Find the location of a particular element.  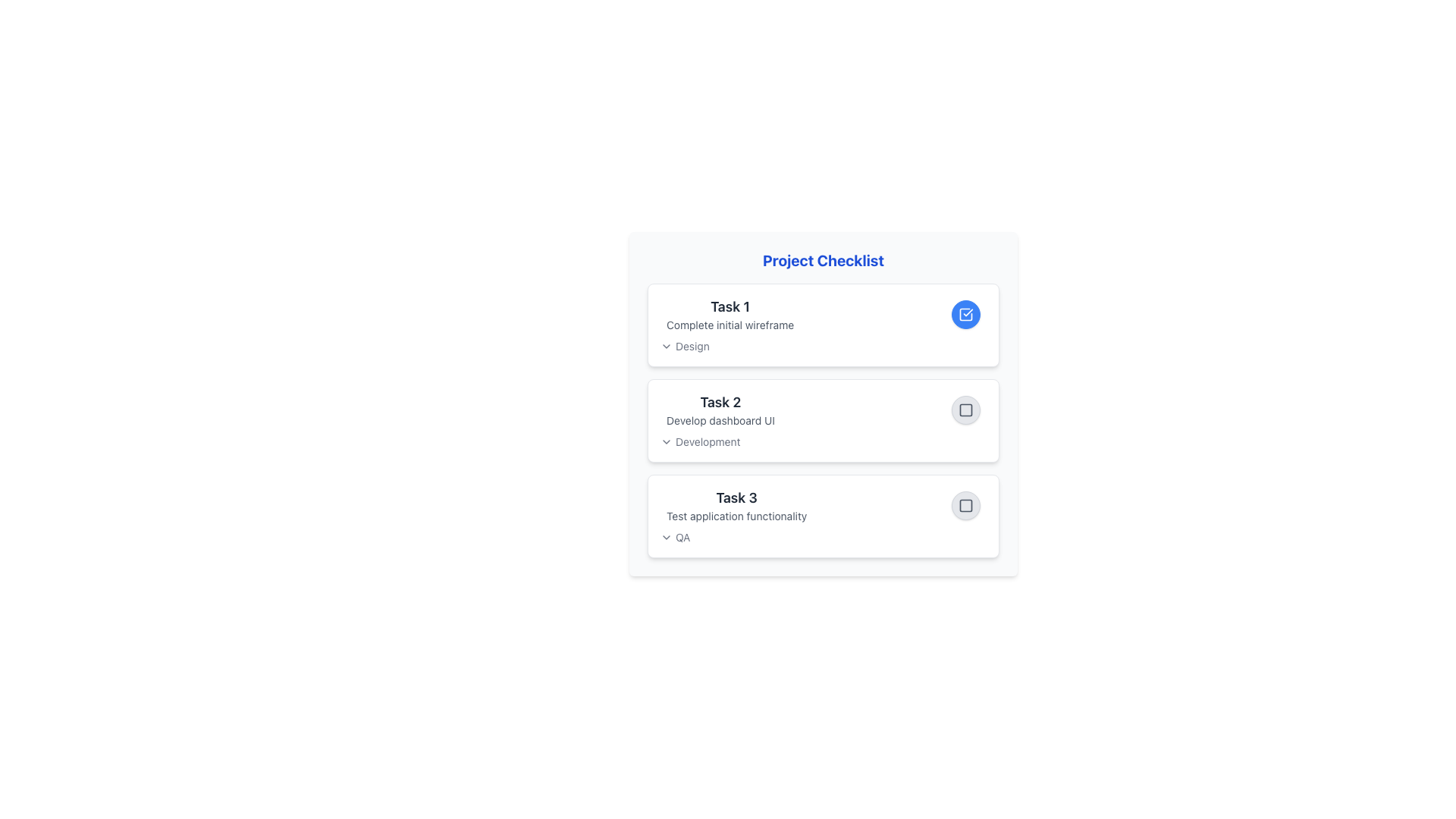

the text label that serves as the title for the third item in the checklist, providing a quick reference to the task's name is located at coordinates (736, 497).